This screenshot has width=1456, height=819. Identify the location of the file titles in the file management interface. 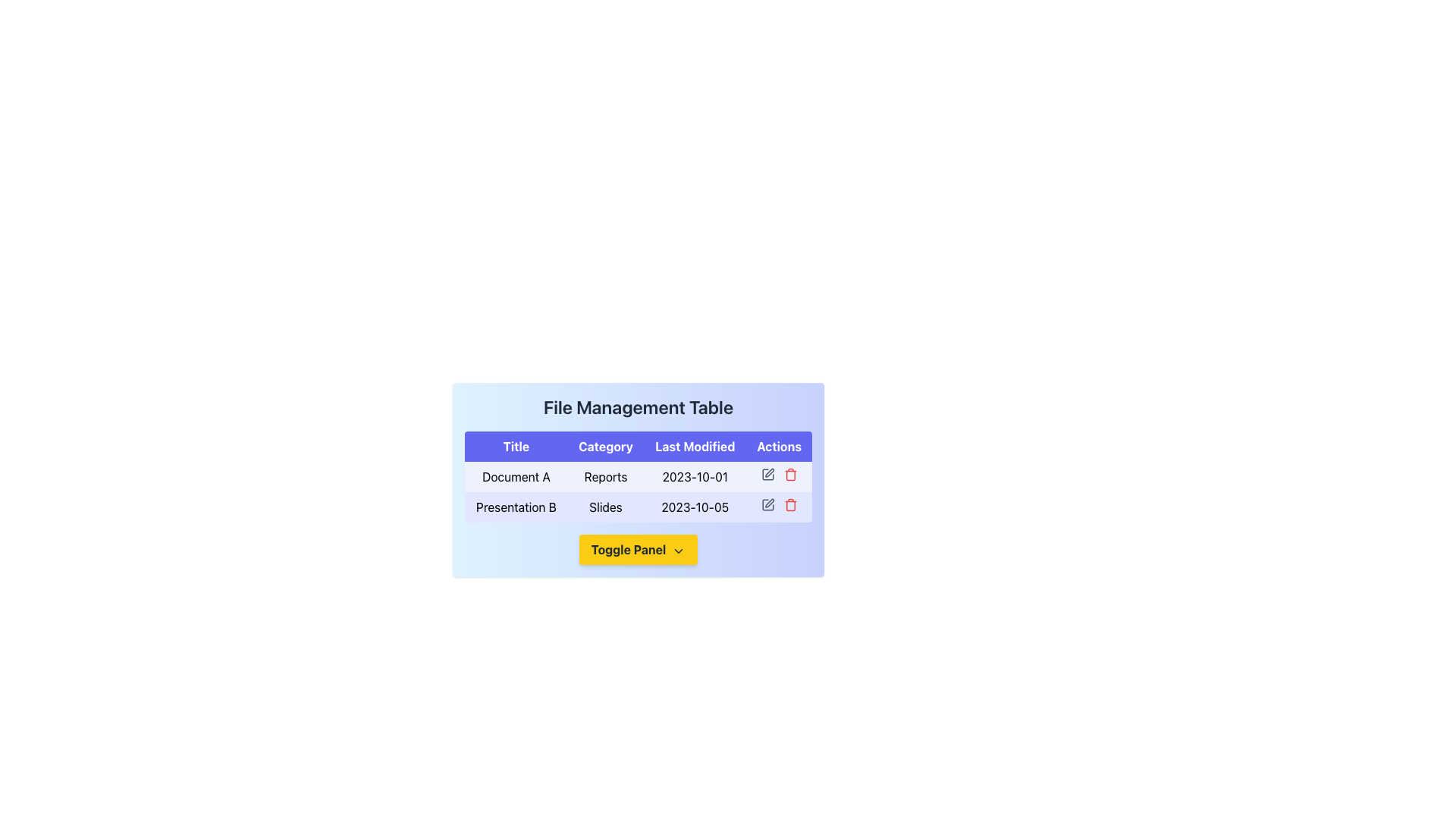
(638, 568).